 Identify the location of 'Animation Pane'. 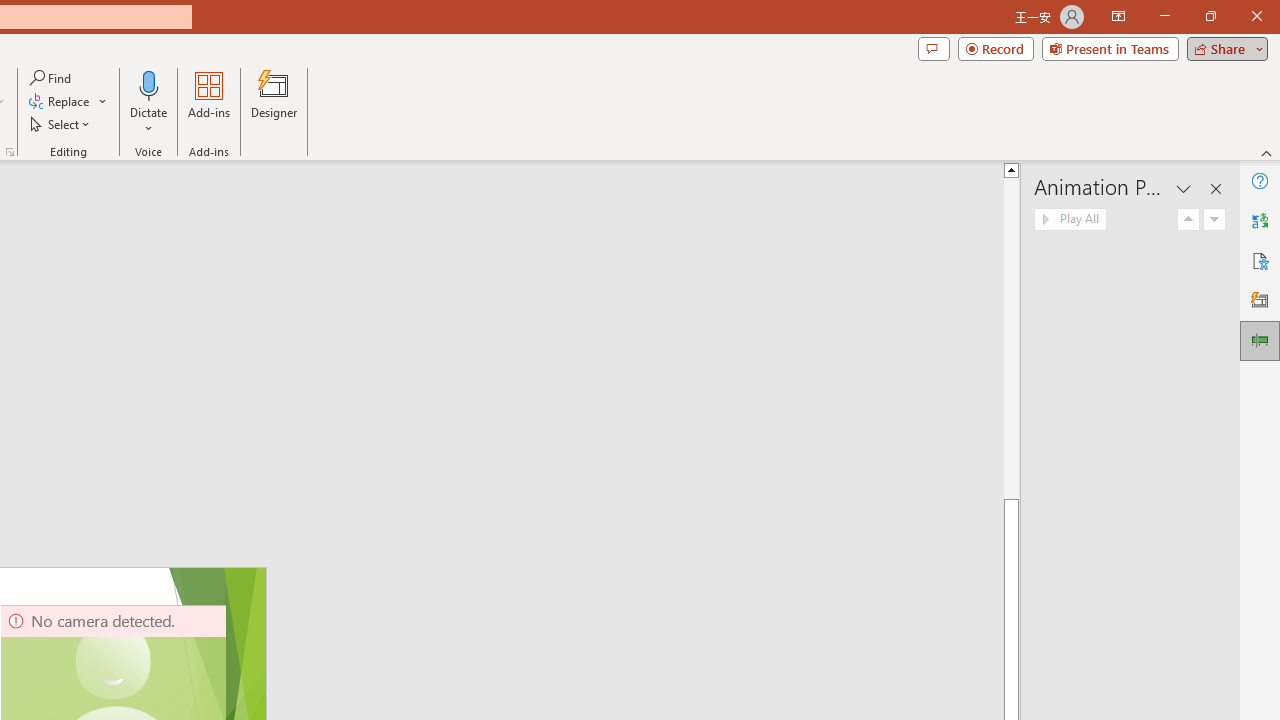
(1259, 339).